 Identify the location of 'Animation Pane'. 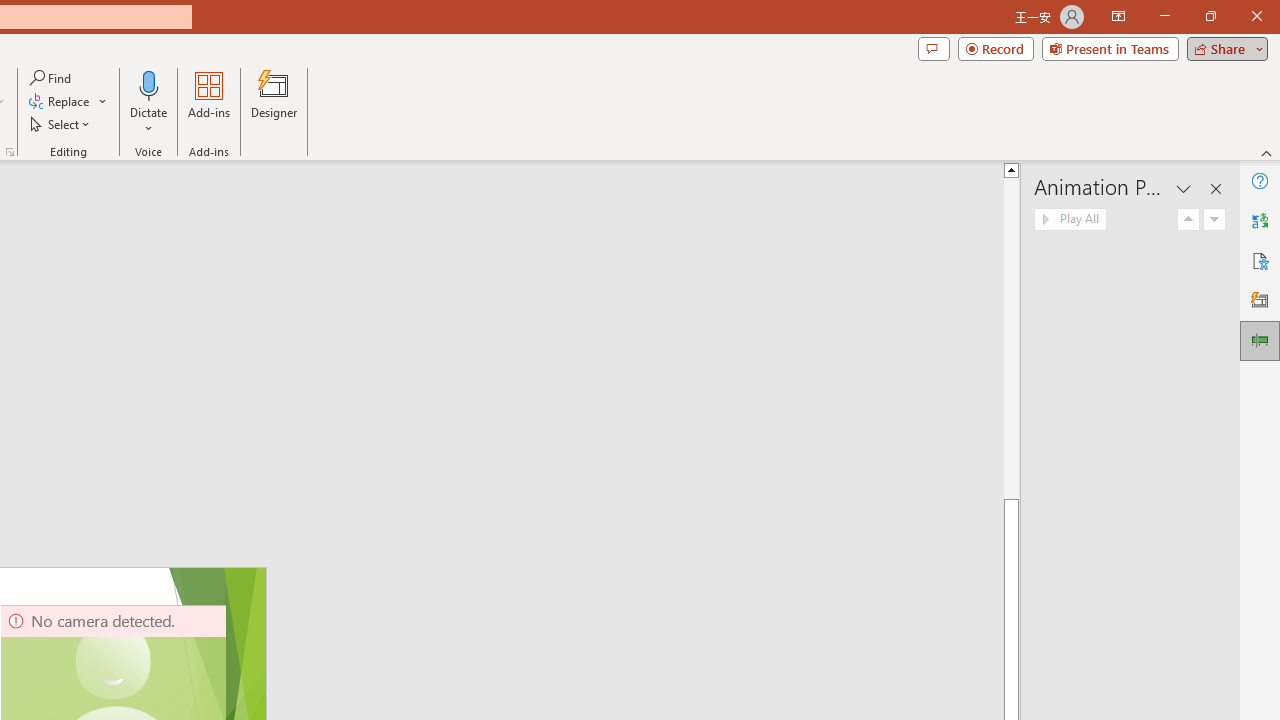
(1259, 339).